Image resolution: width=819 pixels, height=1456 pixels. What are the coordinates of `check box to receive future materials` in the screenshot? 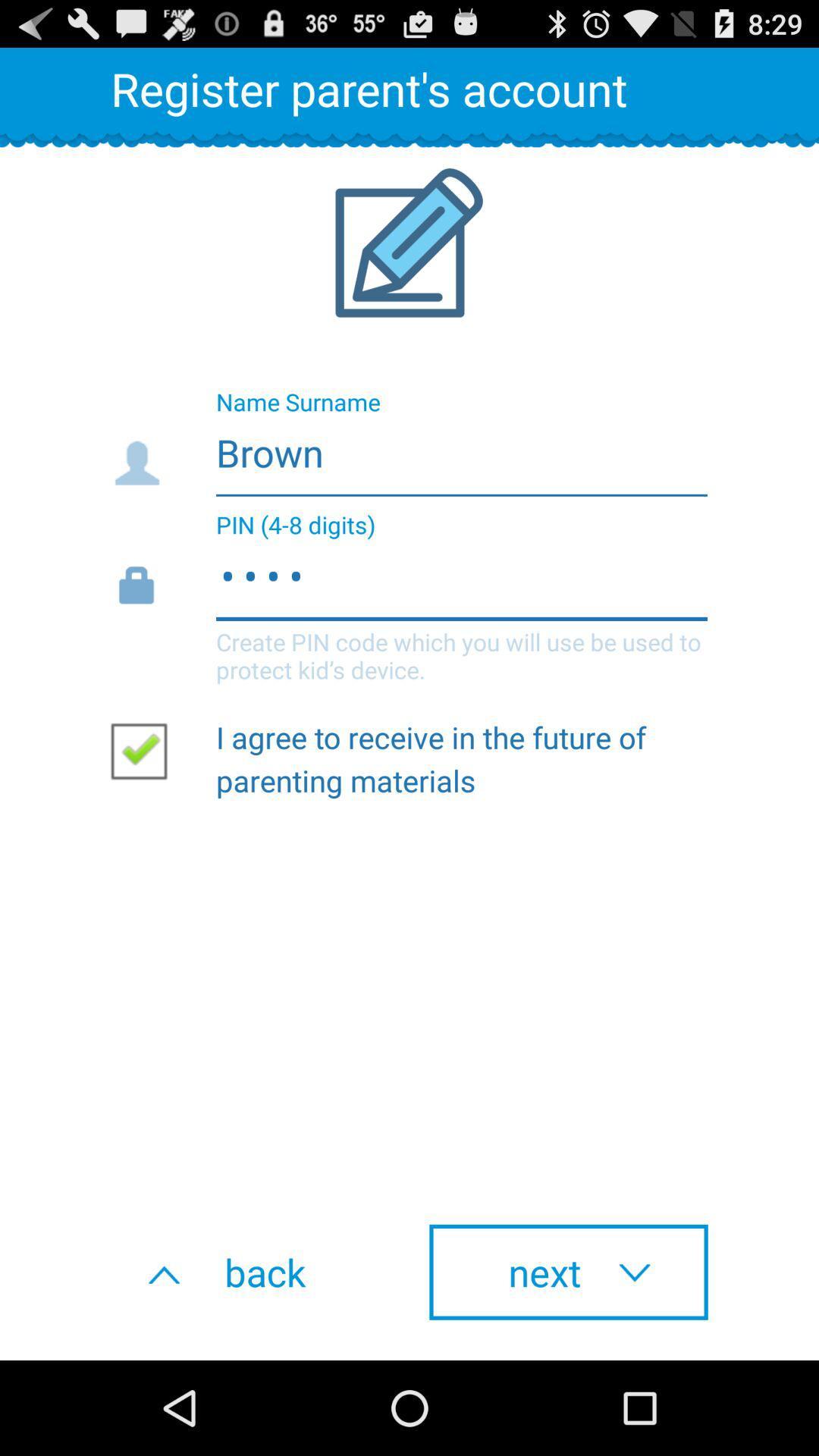 It's located at (145, 750).